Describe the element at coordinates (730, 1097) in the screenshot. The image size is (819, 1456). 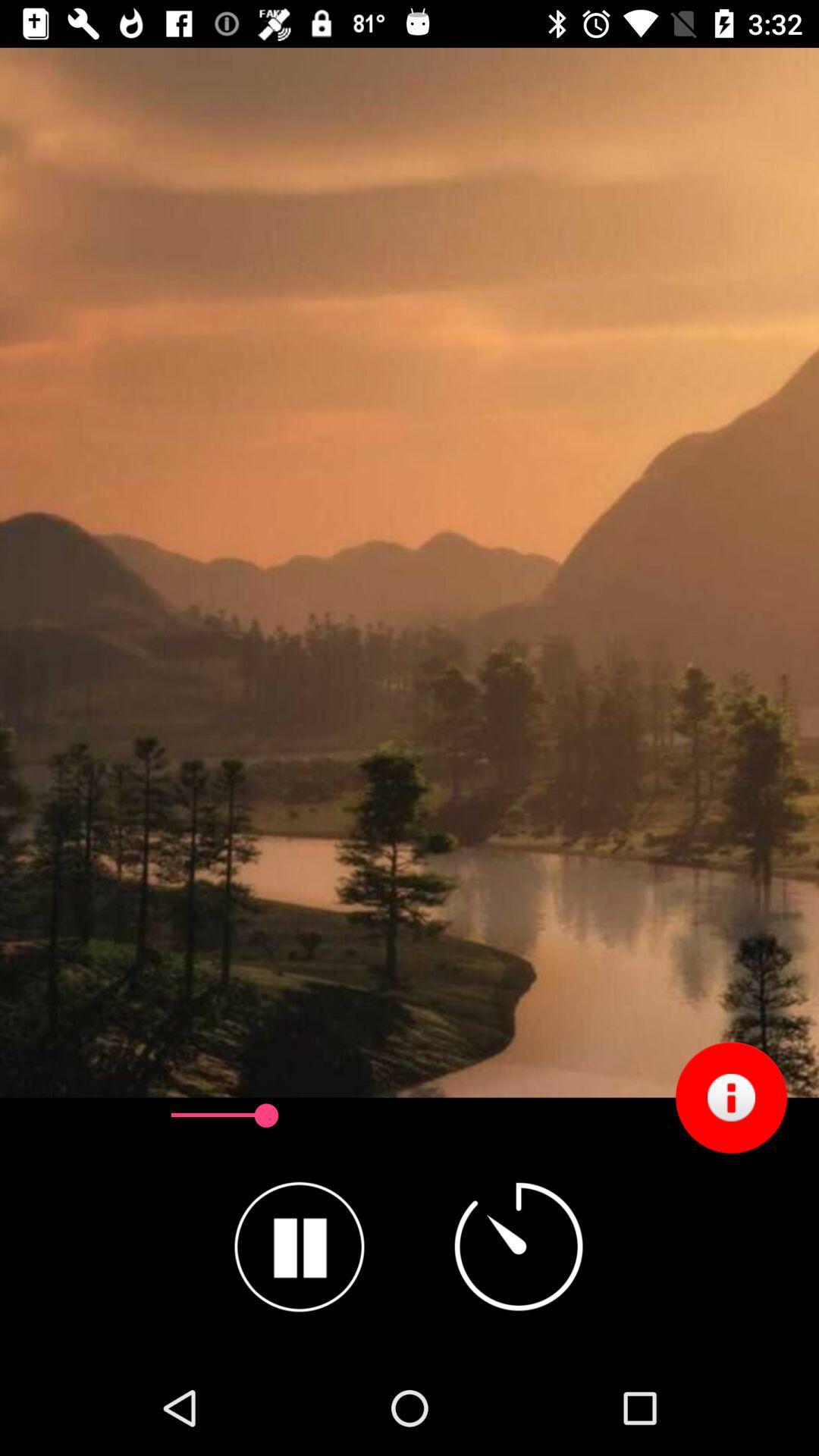
I see `the info icon` at that location.